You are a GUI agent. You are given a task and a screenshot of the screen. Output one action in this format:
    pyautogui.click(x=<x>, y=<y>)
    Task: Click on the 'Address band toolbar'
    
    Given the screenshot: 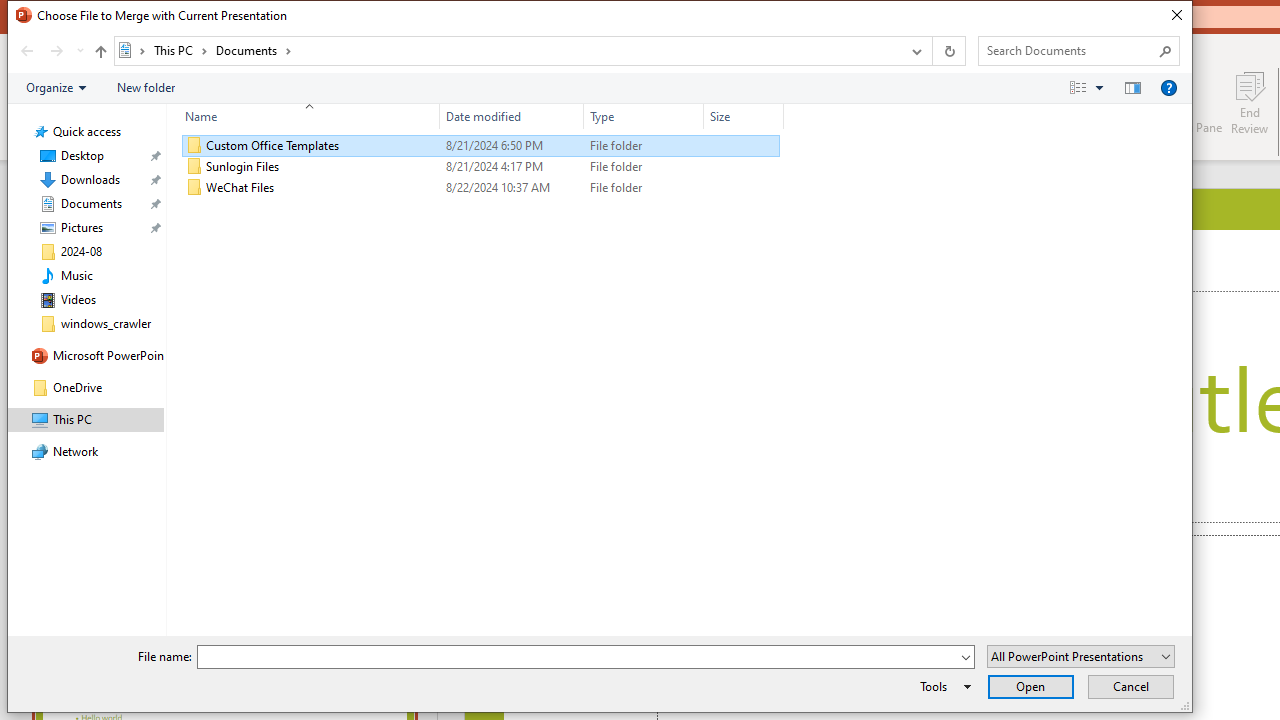 What is the action you would take?
    pyautogui.click(x=930, y=50)
    